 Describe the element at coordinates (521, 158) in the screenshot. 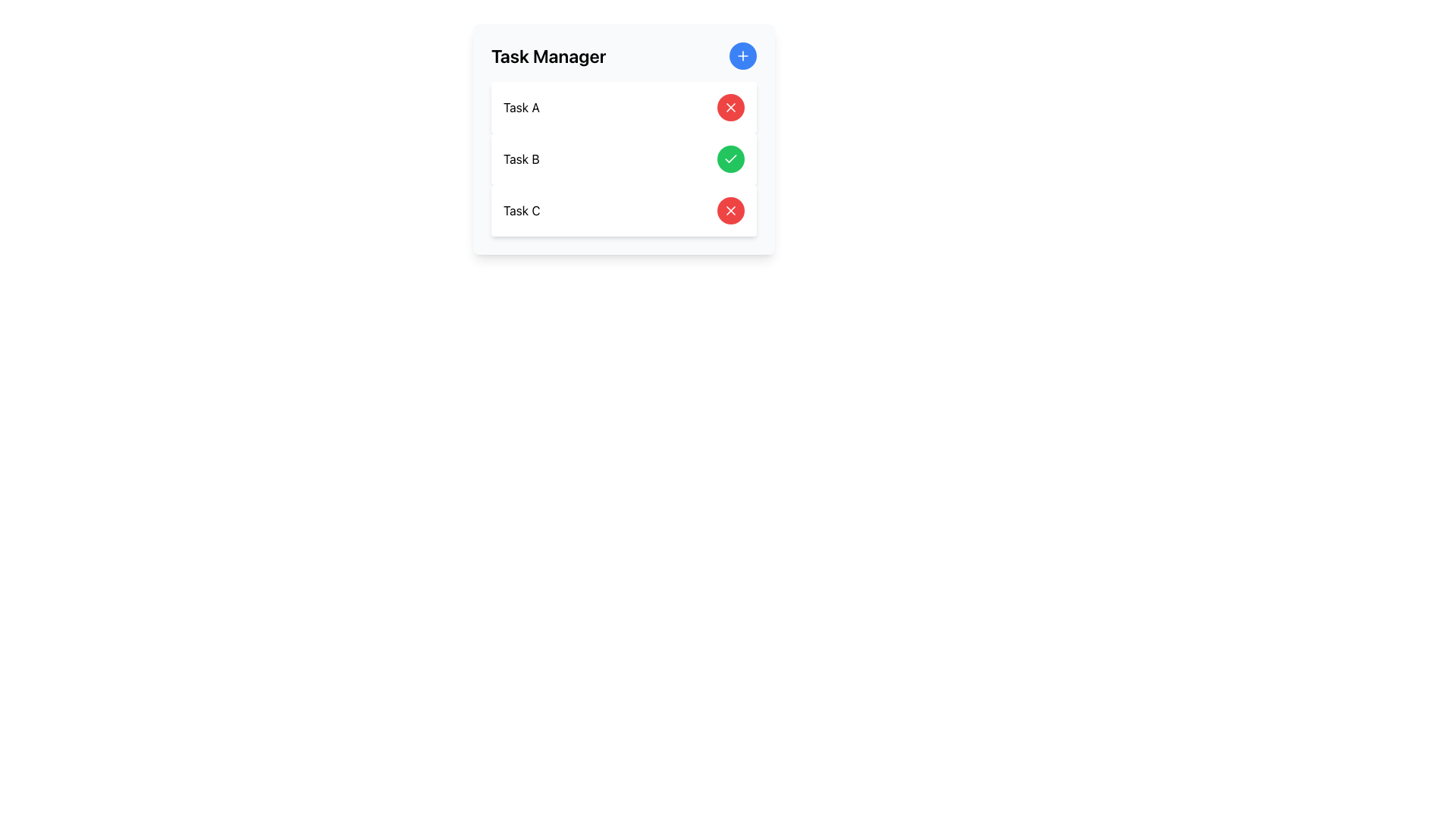

I see `on the text label representing 'Task B' in the task manager interface` at that location.